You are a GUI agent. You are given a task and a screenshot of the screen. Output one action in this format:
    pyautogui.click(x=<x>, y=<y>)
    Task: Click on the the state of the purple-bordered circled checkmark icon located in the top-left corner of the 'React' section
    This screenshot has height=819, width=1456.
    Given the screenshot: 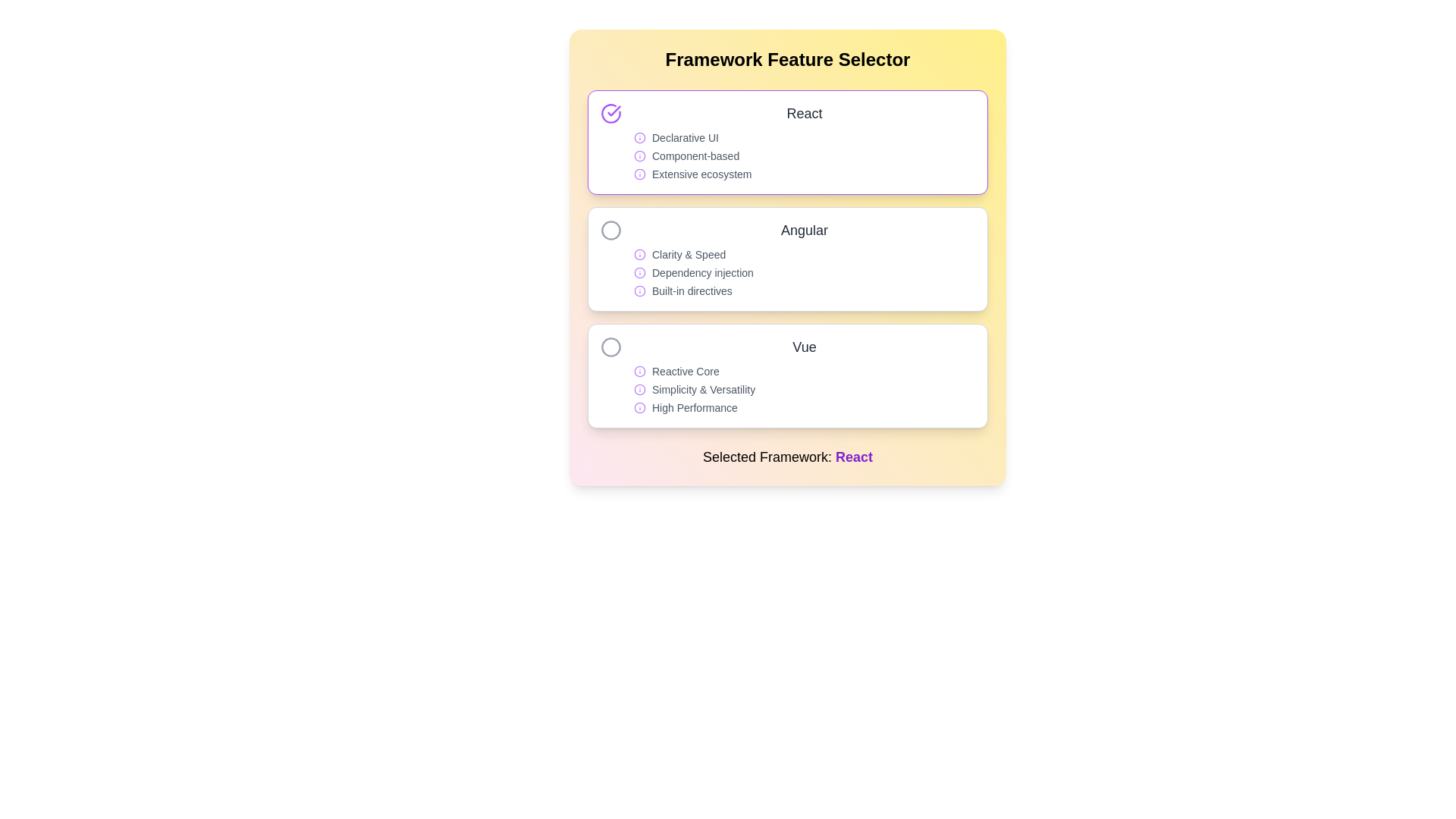 What is the action you would take?
    pyautogui.click(x=611, y=113)
    